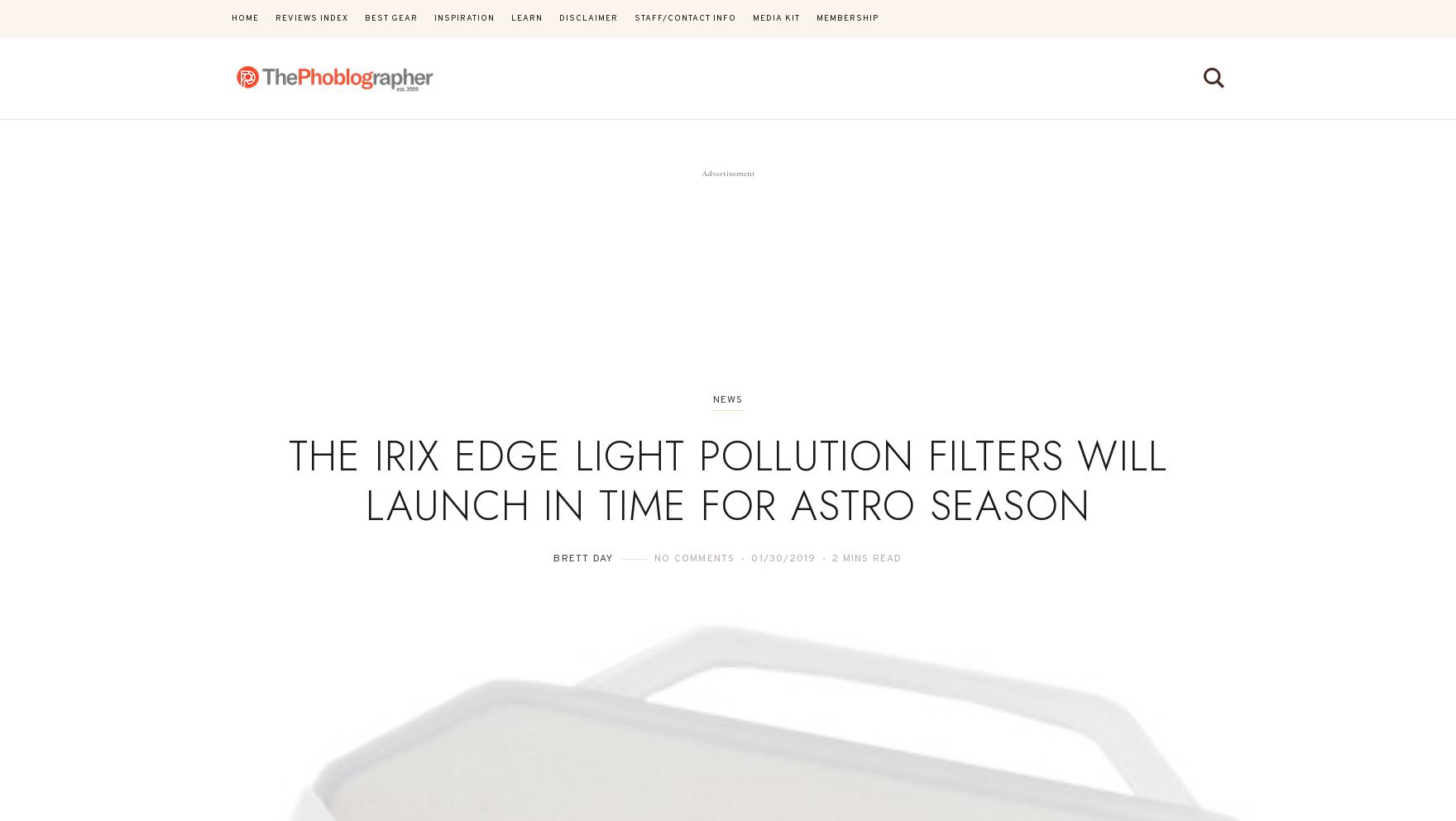 This screenshot has width=1456, height=821. Describe the element at coordinates (244, 17) in the screenshot. I see `'Home'` at that location.